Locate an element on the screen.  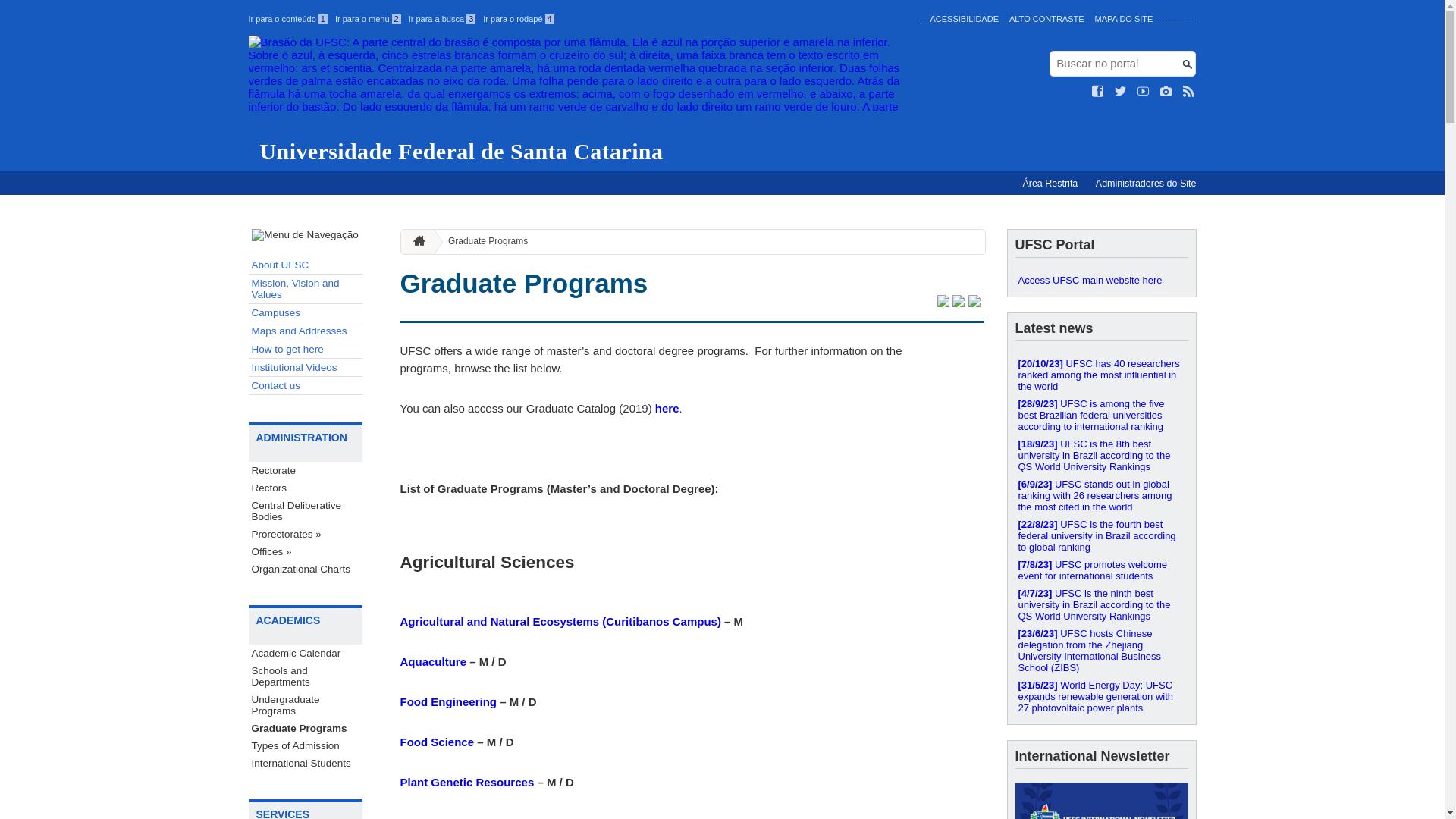
'International Students' is located at coordinates (305, 763).